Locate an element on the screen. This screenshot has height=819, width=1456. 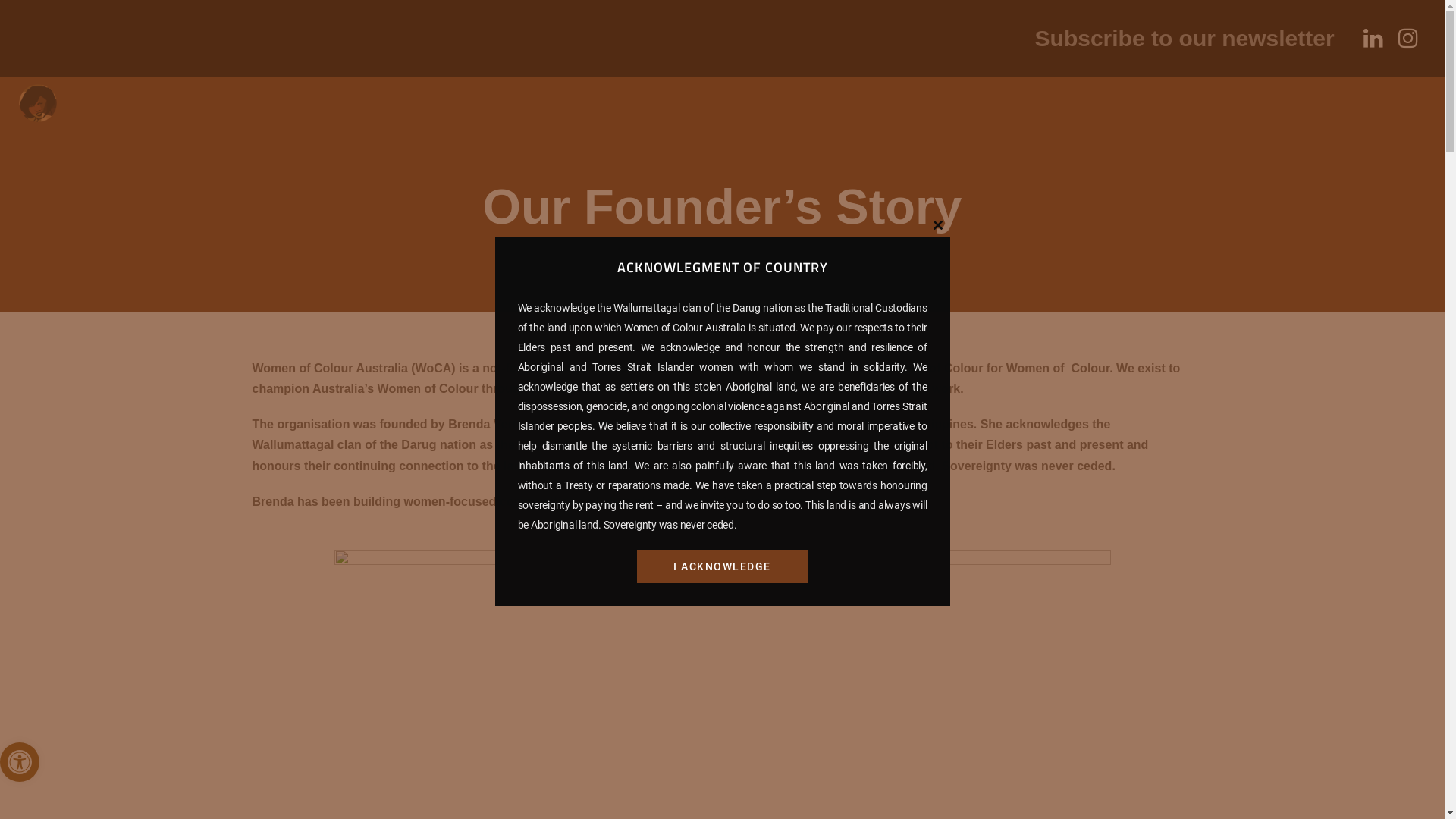
'Subscribe to our newsletter' is located at coordinates (1184, 37).